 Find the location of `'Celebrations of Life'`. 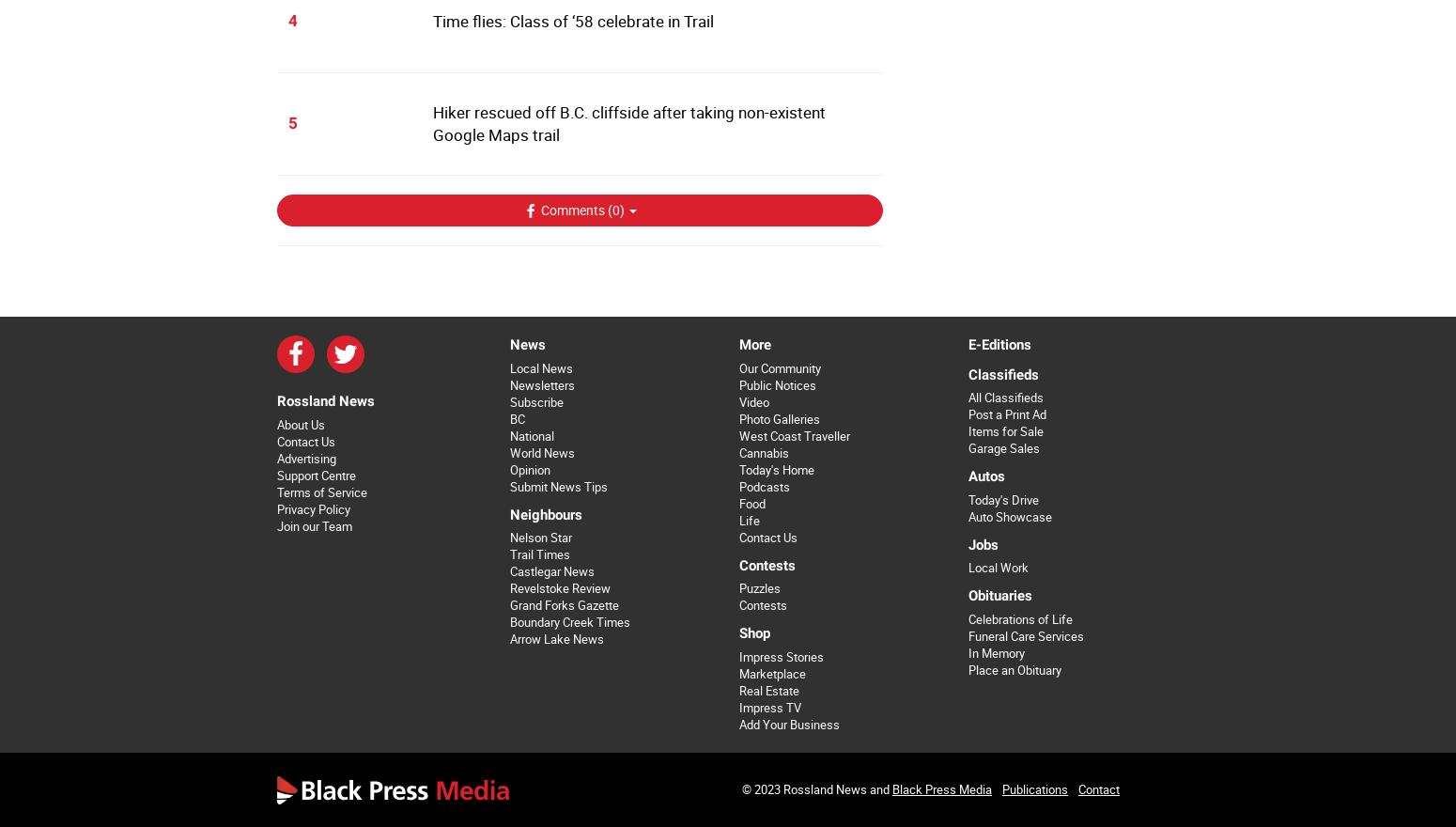

'Celebrations of Life' is located at coordinates (1019, 618).